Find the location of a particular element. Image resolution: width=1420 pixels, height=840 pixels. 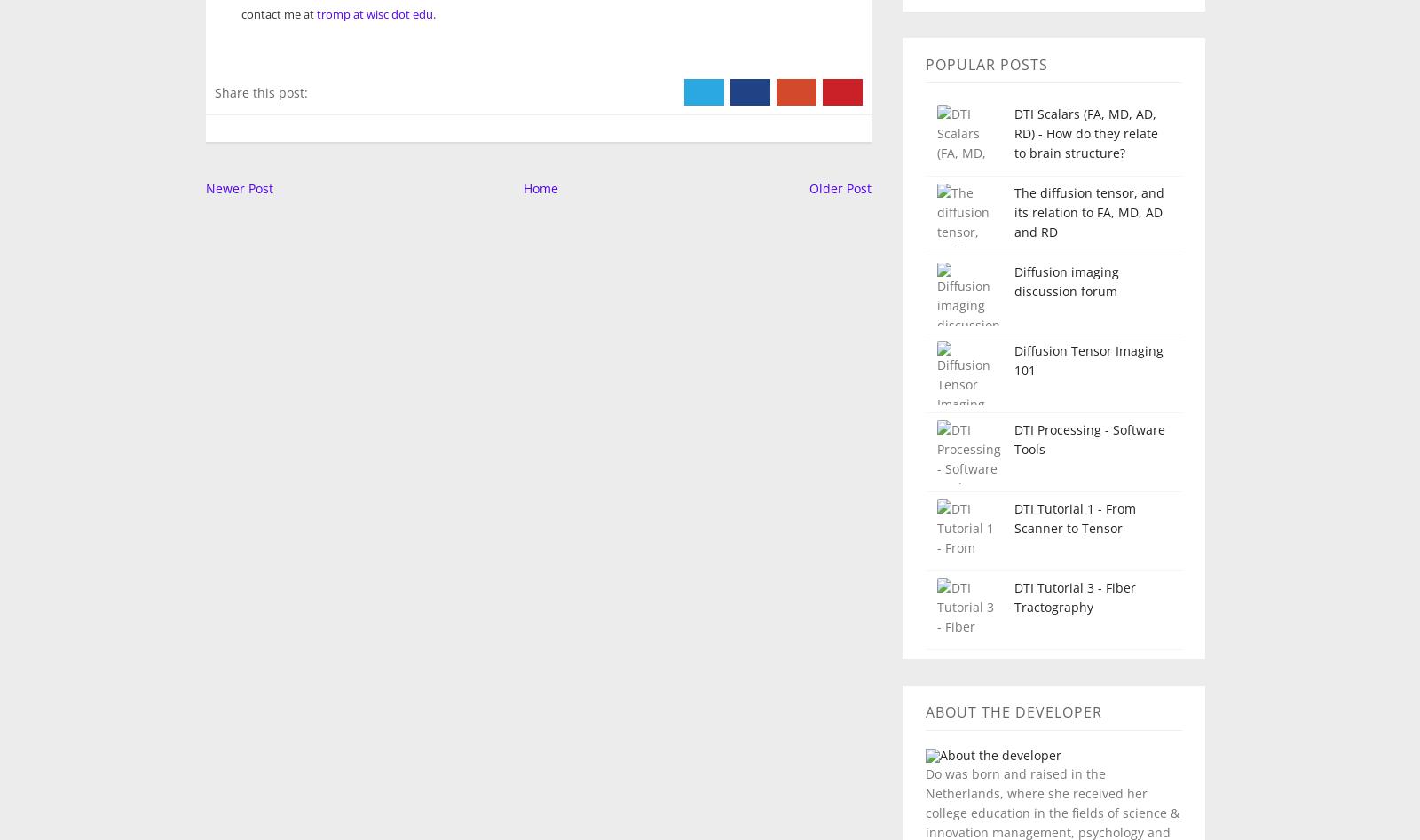

'tromp at wisc dot edu' is located at coordinates (373, 12).